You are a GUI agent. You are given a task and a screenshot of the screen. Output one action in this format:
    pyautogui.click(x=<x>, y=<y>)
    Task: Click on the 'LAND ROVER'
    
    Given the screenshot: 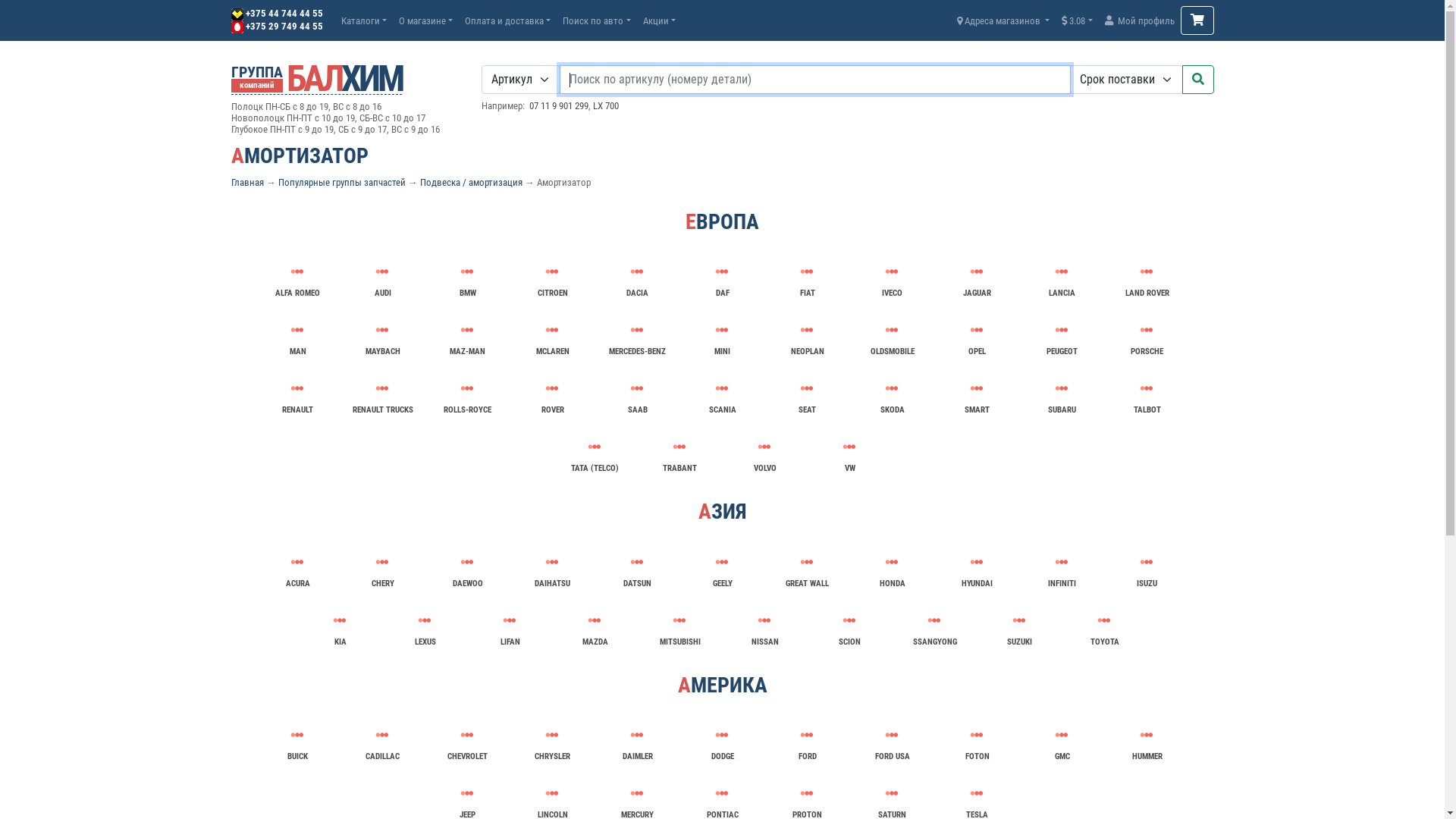 What is the action you would take?
    pyautogui.click(x=1147, y=271)
    